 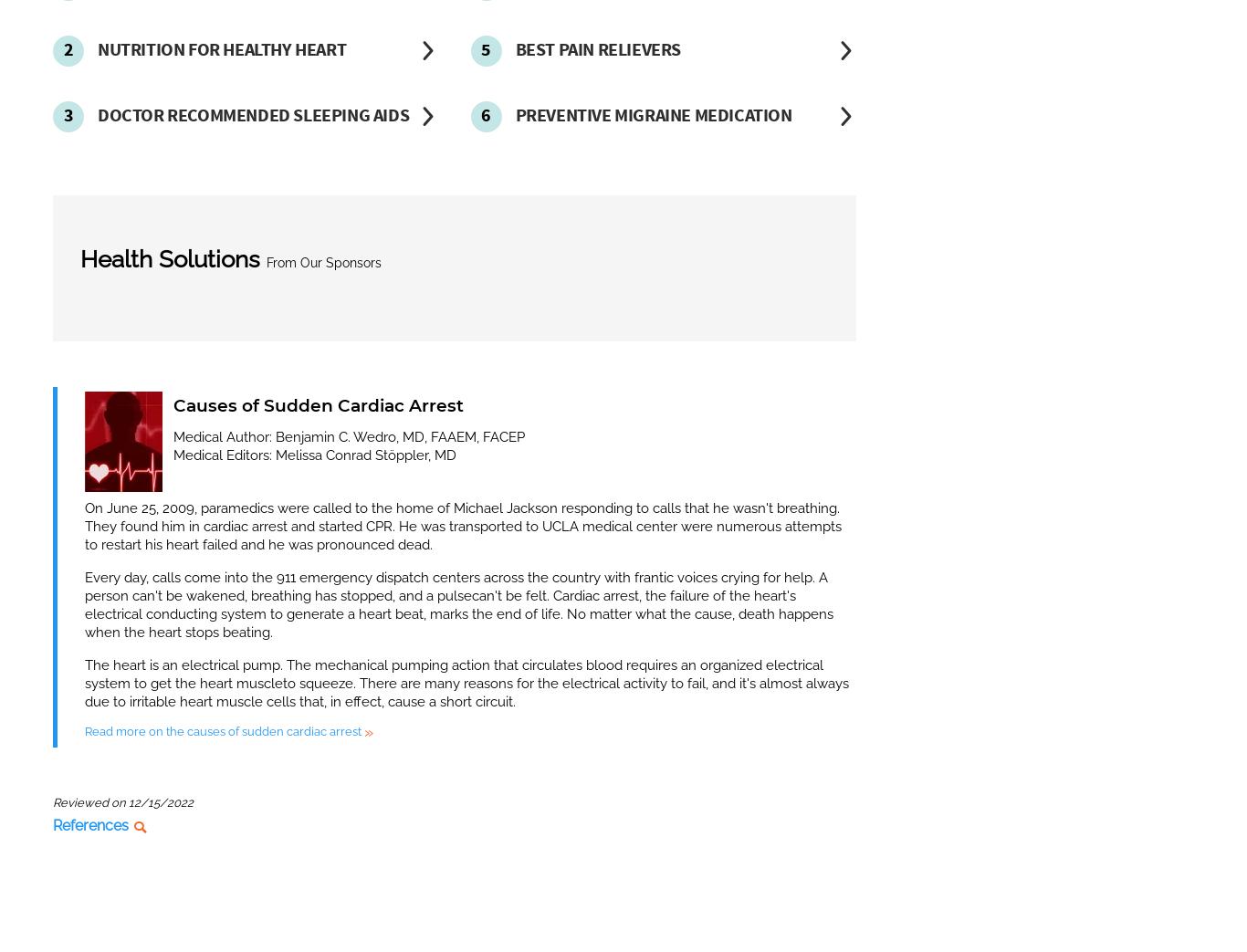 What do you see at coordinates (173, 454) in the screenshot?
I see `'Medical Editors:  Melissa Conrad Stöppler, MD'` at bounding box center [173, 454].